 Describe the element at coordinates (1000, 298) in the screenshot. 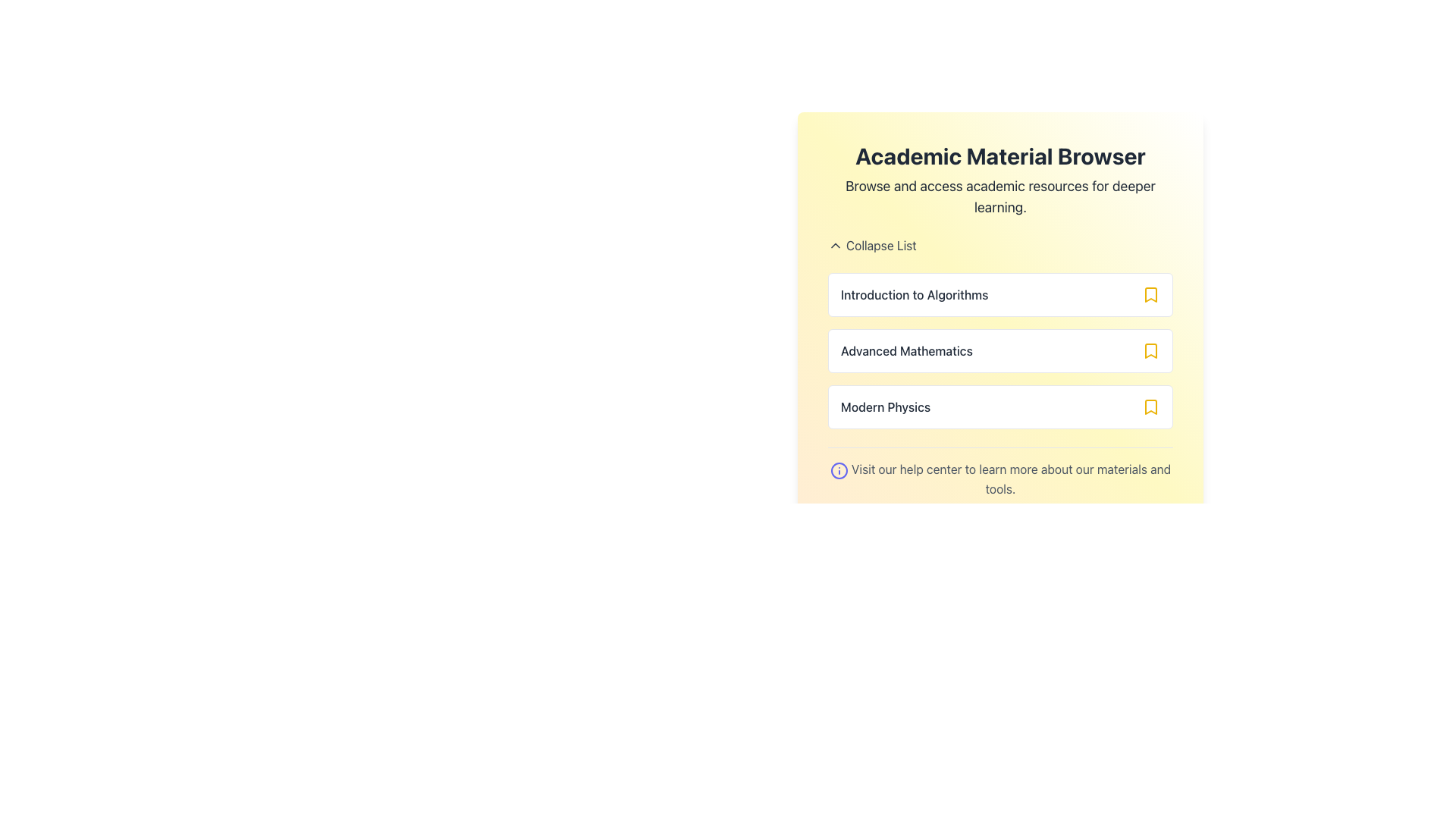

I see `the first list item titled 'Introduction` at that location.